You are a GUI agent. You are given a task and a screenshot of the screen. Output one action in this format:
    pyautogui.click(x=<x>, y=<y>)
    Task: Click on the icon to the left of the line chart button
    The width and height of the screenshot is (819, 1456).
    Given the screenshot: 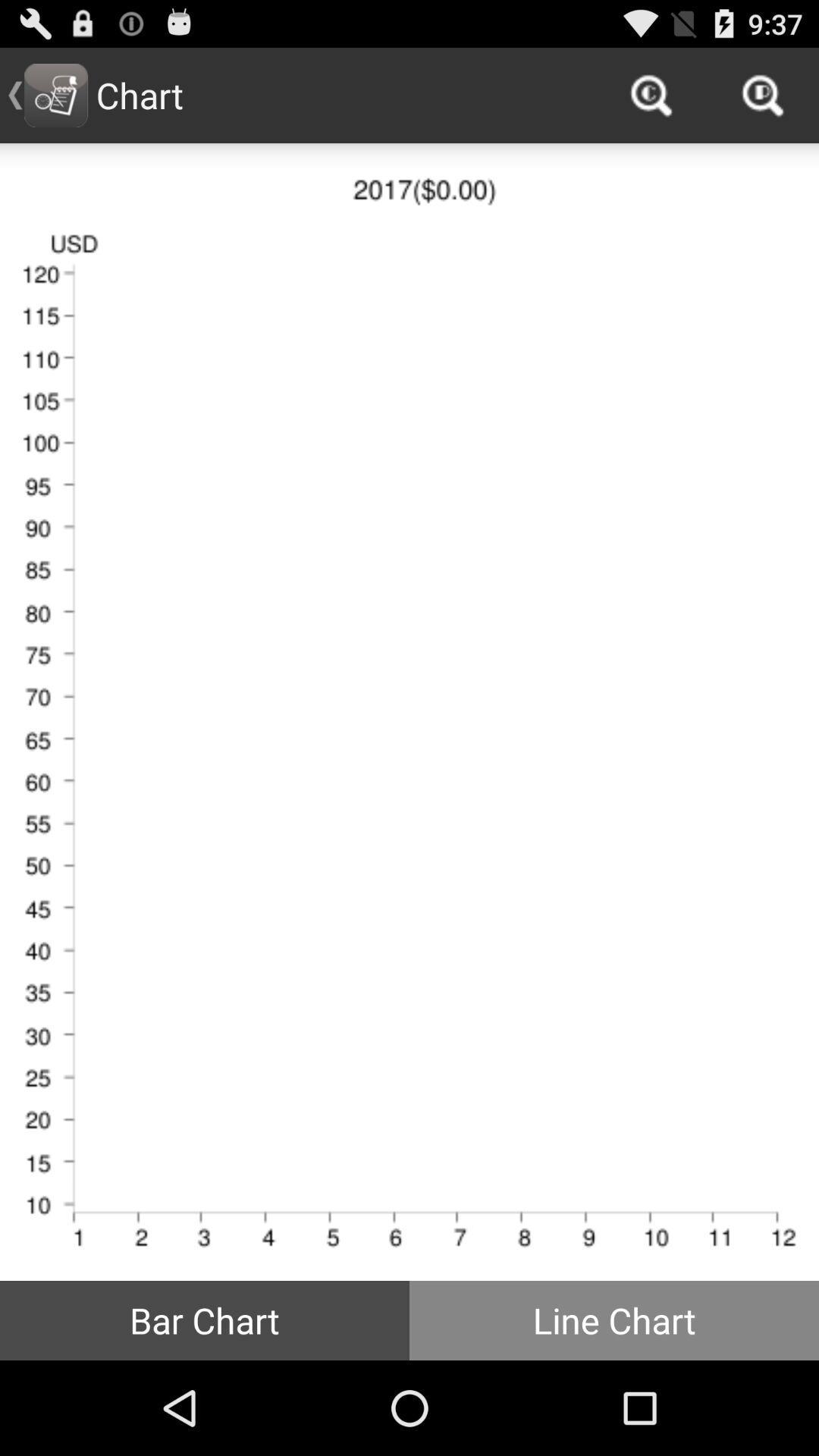 What is the action you would take?
    pyautogui.click(x=205, y=1319)
    